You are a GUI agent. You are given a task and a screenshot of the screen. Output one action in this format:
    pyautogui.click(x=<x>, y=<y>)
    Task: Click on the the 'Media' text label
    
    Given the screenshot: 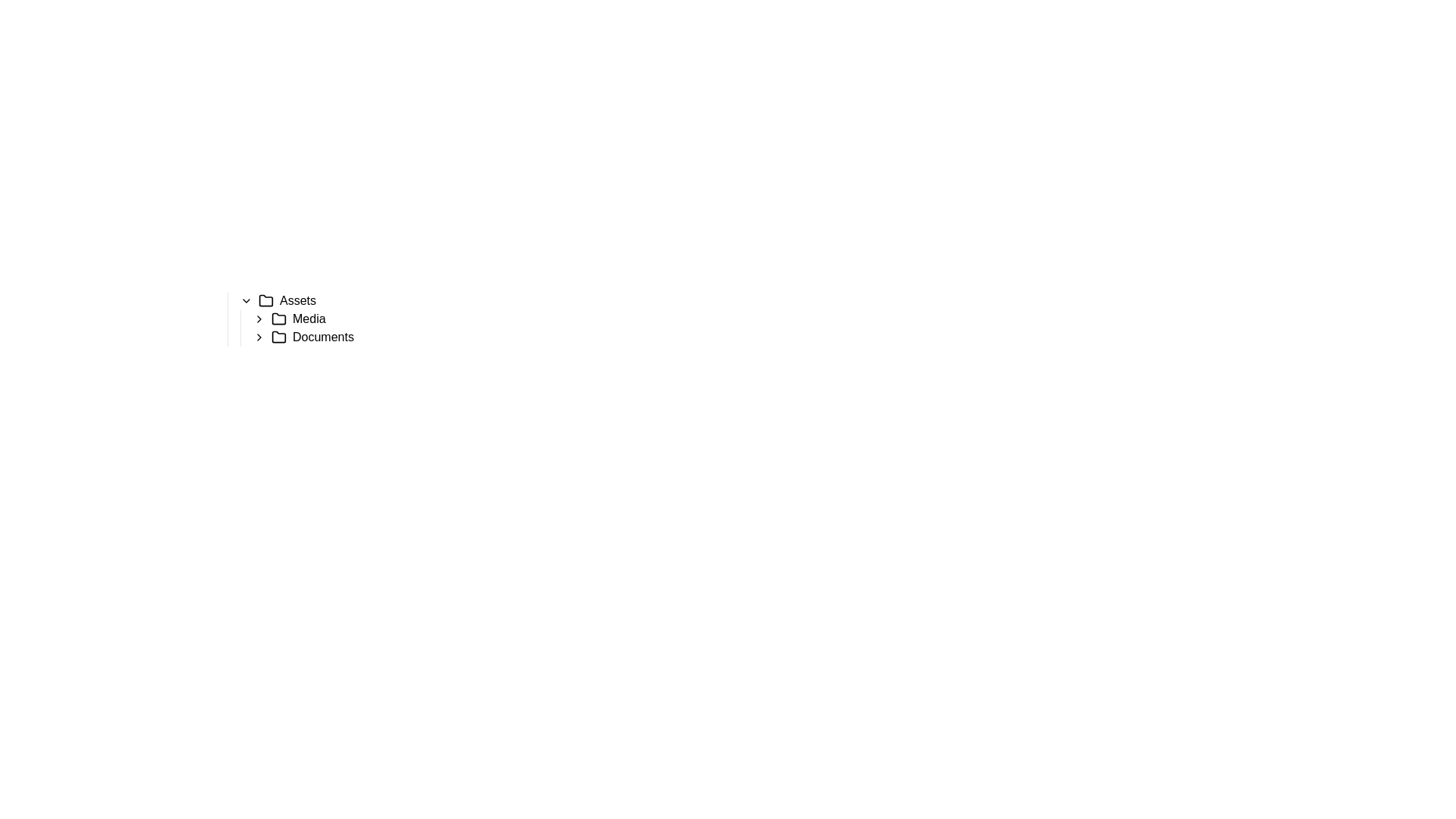 What is the action you would take?
    pyautogui.click(x=308, y=318)
    